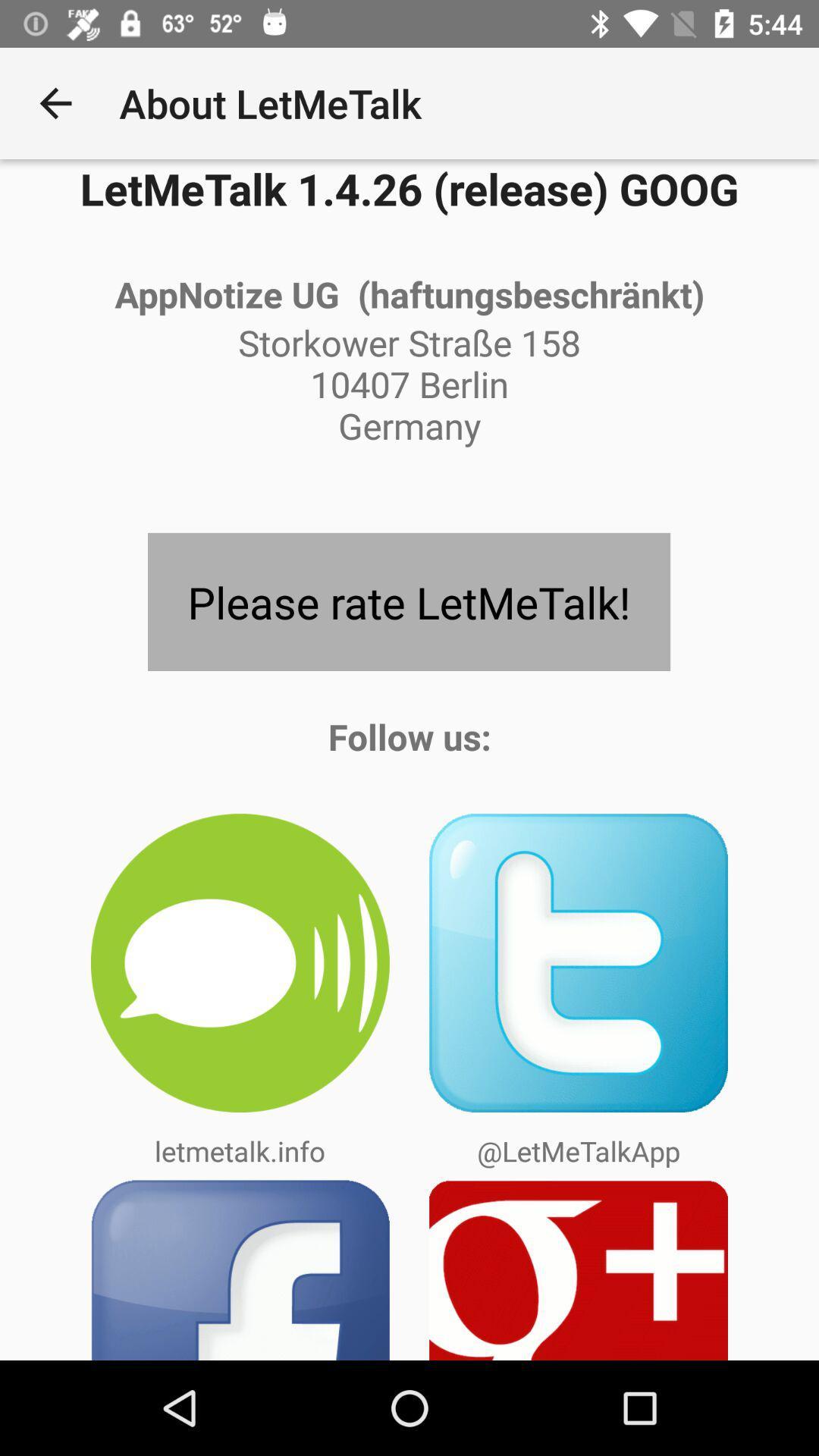  What do you see at coordinates (239, 1269) in the screenshot?
I see `facebook` at bounding box center [239, 1269].